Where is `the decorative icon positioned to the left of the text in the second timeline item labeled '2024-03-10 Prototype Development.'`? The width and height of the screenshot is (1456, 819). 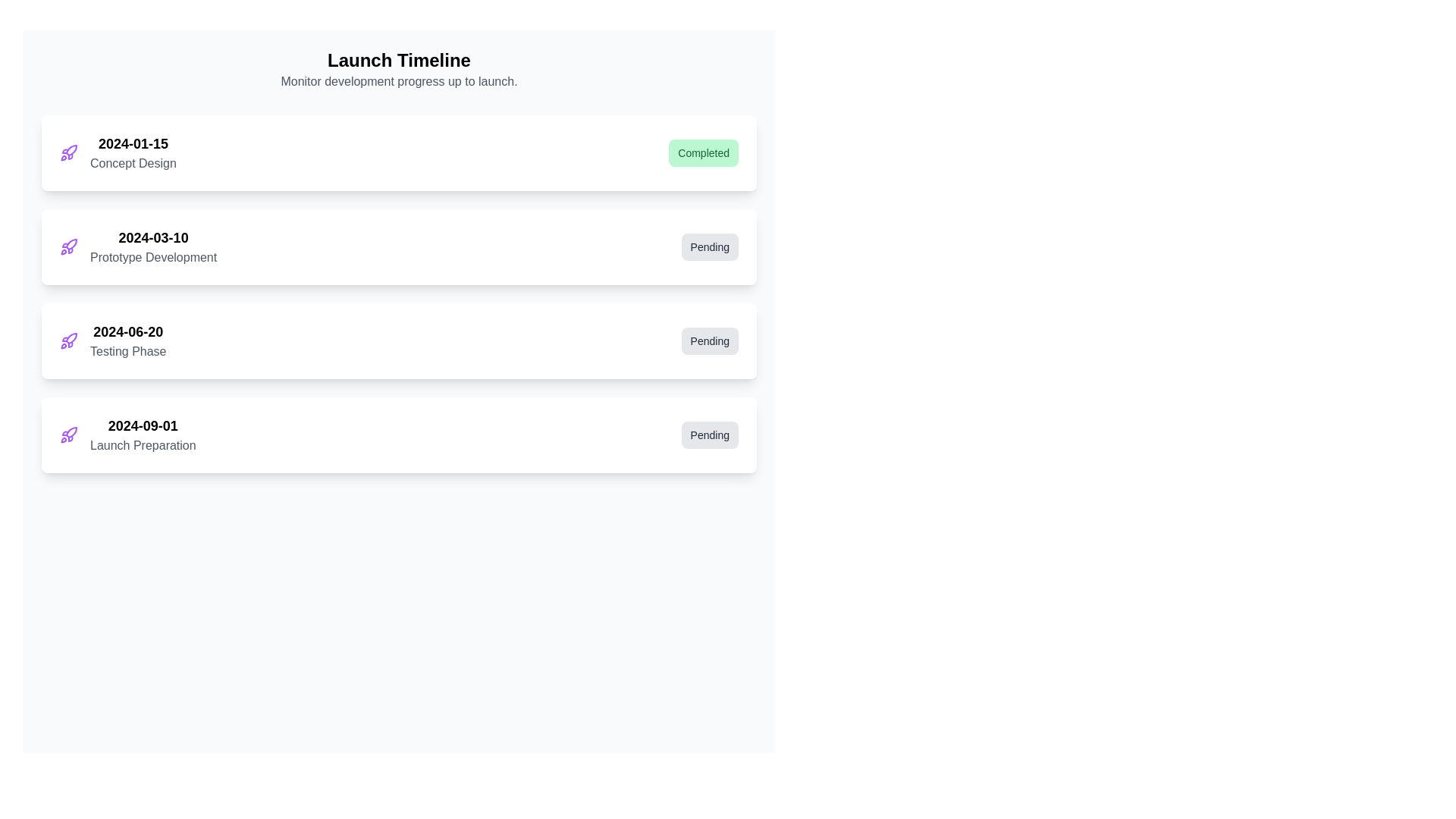
the decorative icon positioned to the left of the text in the second timeline item labeled '2024-03-10 Prototype Development.' is located at coordinates (68, 246).